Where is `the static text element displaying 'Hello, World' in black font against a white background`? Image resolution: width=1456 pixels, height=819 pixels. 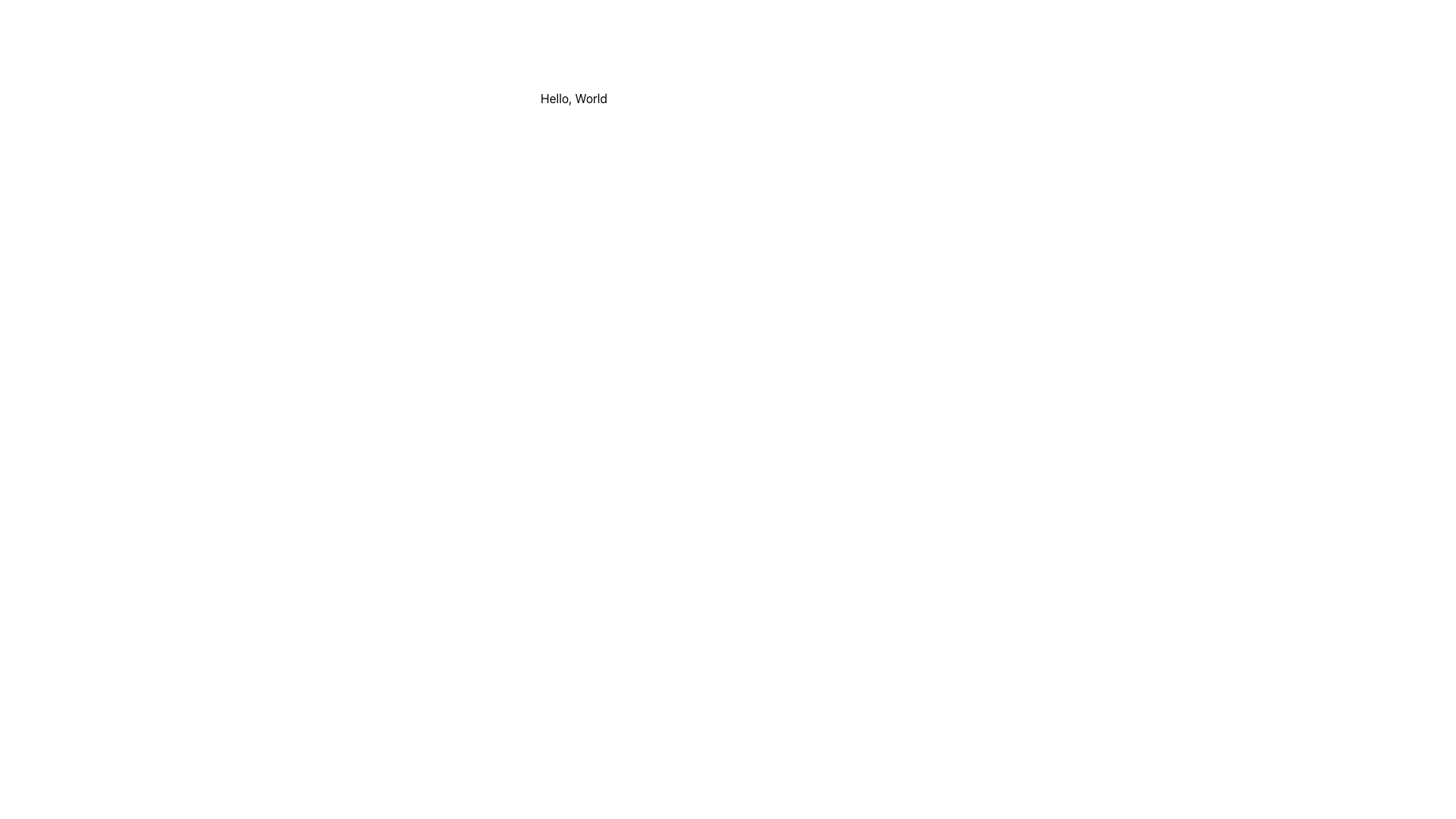
the static text element displaying 'Hello, World' in black font against a white background is located at coordinates (573, 99).